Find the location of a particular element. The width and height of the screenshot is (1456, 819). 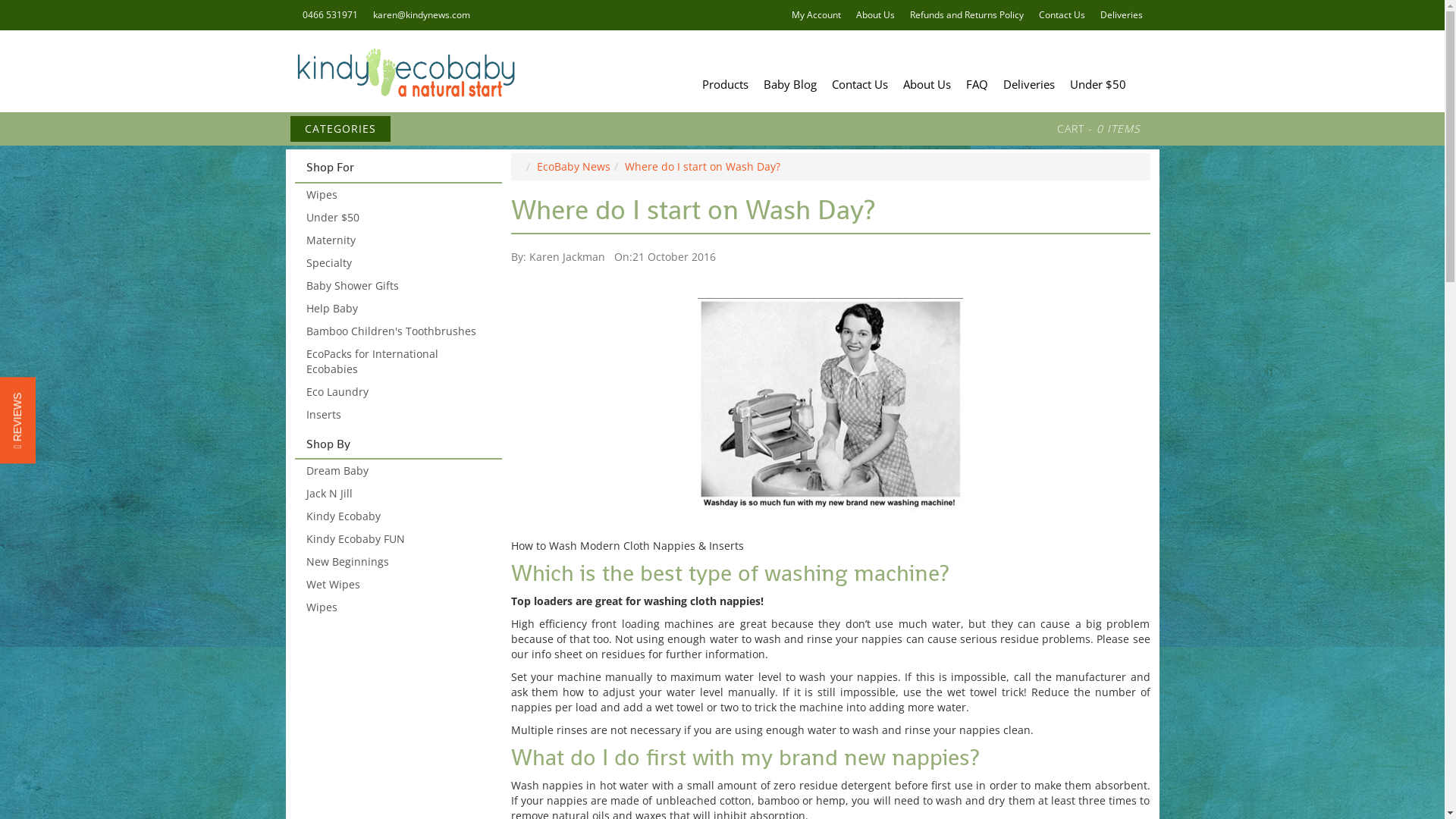

'About Us' is located at coordinates (925, 84).